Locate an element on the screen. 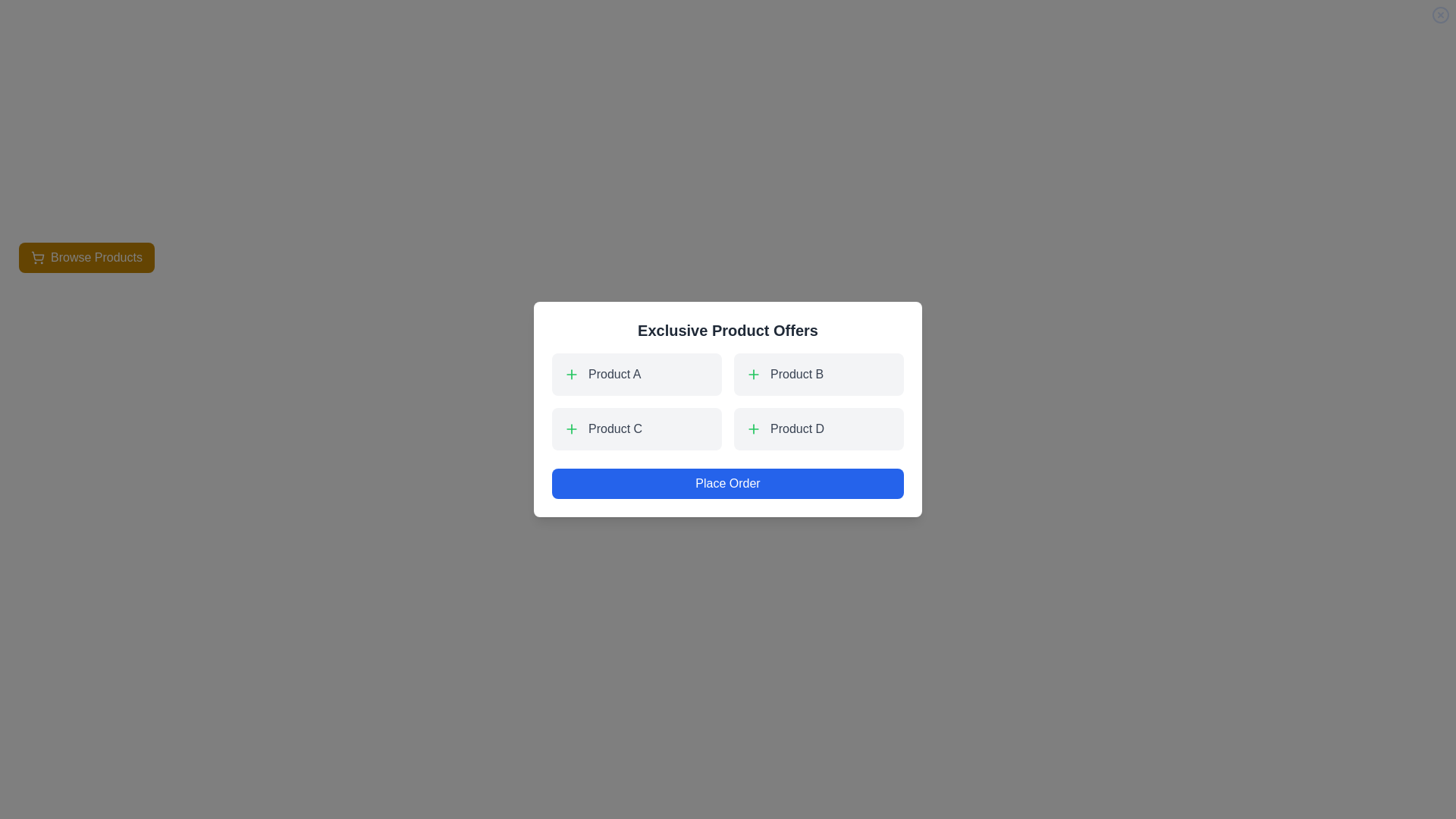 This screenshot has width=1456, height=819. the Icon Button located to the left of the text 'Product A' in the 'Exclusive Product Offers' modal is located at coordinates (570, 374).